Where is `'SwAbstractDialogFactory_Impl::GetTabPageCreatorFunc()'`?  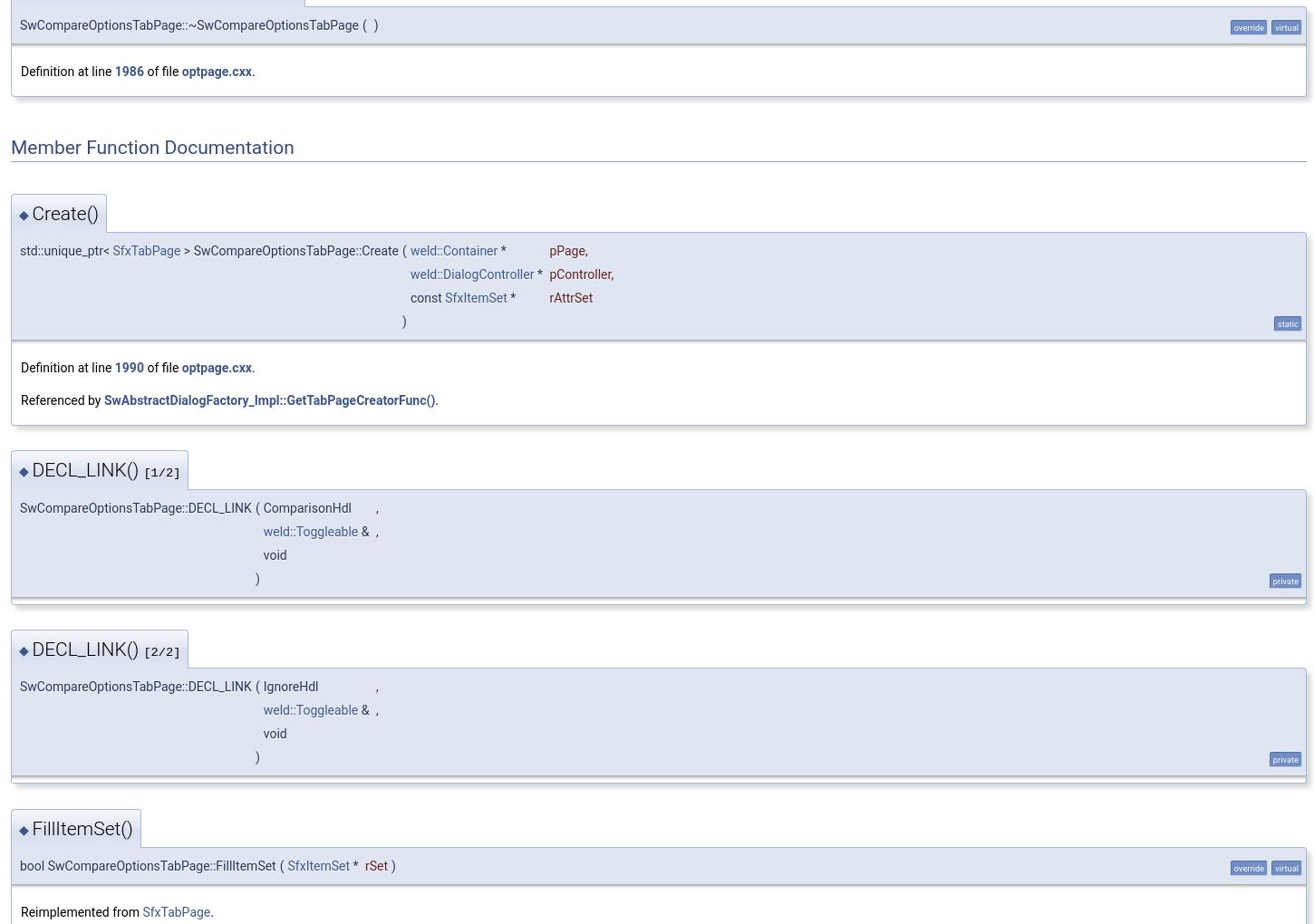 'SwAbstractDialogFactory_Impl::GetTabPageCreatorFunc()' is located at coordinates (102, 399).